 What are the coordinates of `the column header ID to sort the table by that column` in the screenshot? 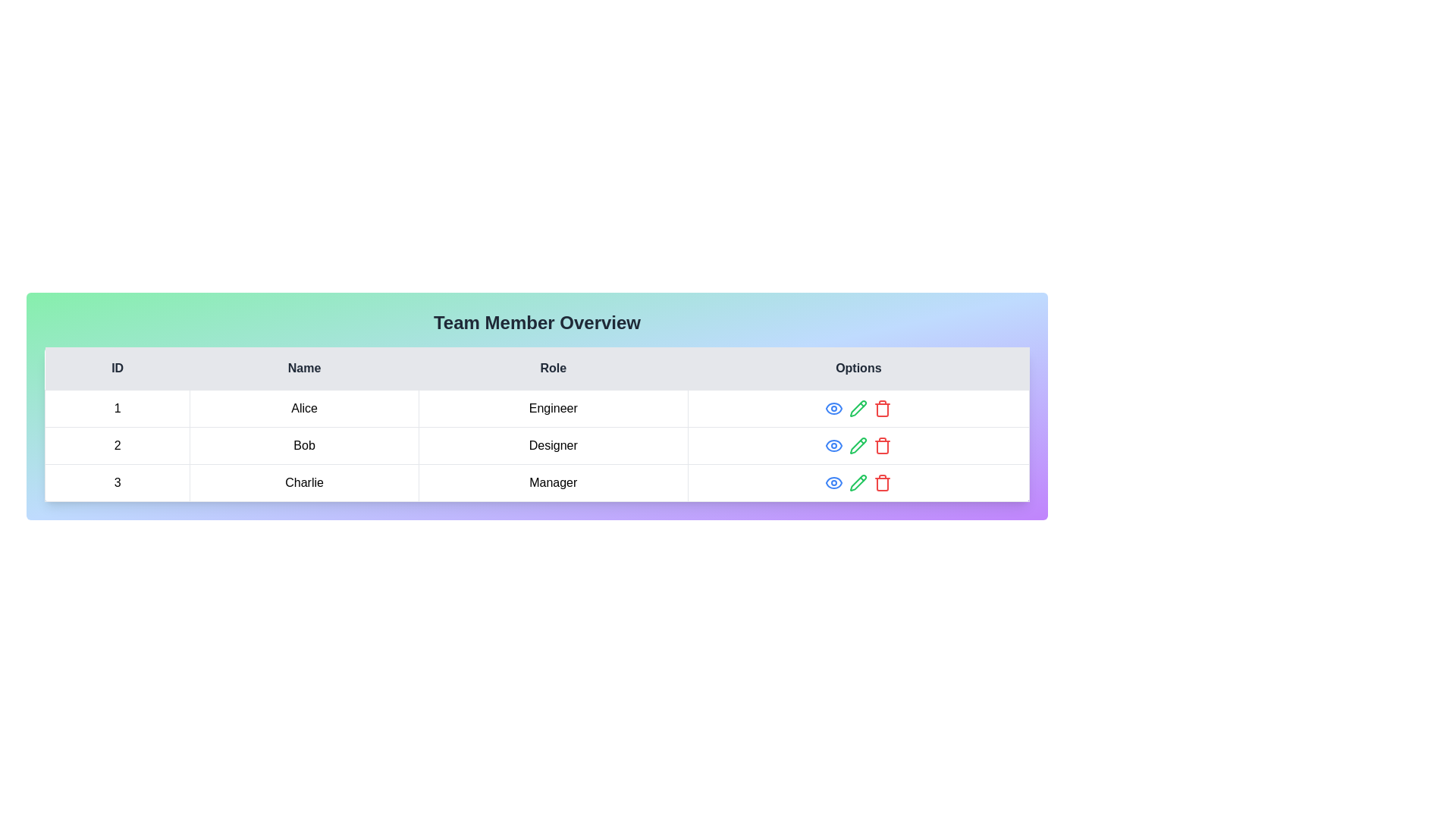 It's located at (116, 369).